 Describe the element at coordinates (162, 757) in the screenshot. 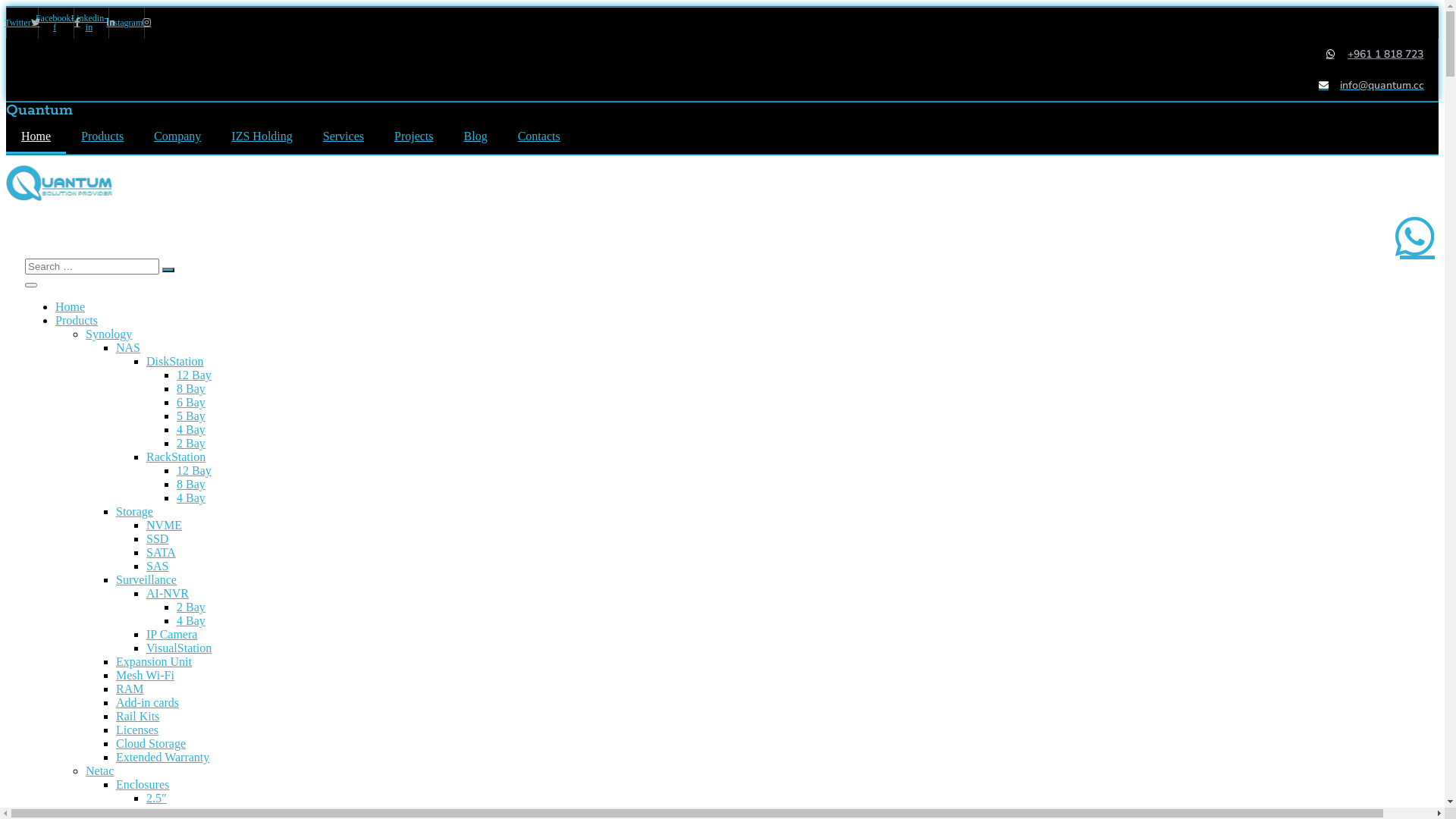

I see `'Extended Warranty'` at that location.